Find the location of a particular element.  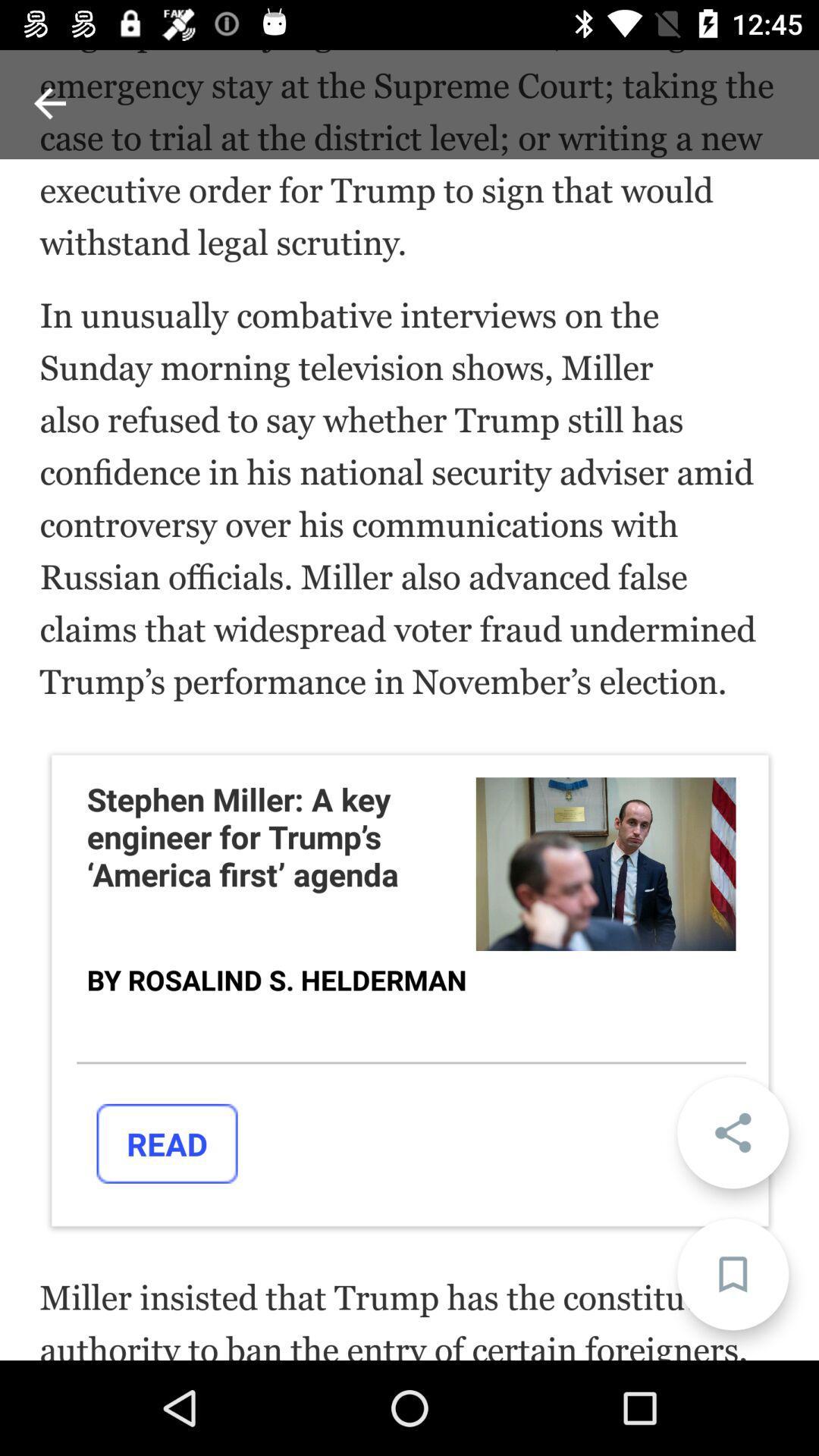

the arrow_backward icon is located at coordinates (49, 102).